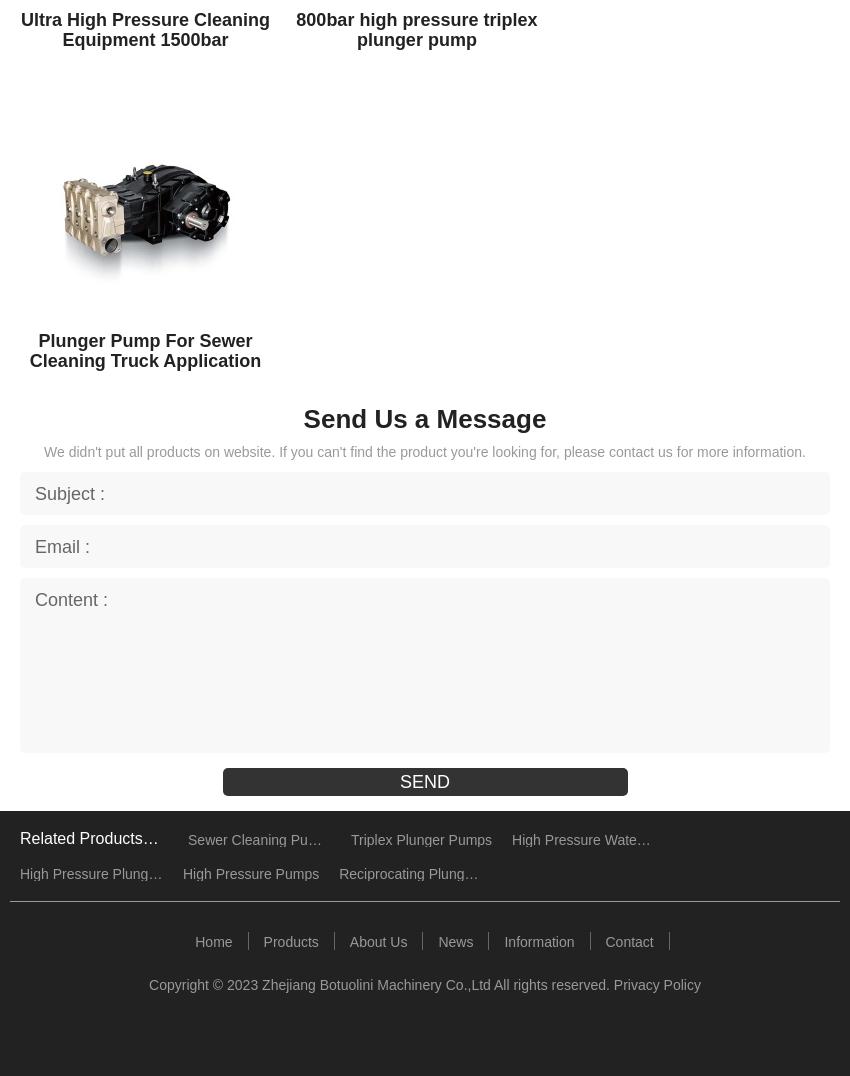 The height and width of the screenshot is (1076, 850). What do you see at coordinates (289, 939) in the screenshot?
I see `'Products'` at bounding box center [289, 939].